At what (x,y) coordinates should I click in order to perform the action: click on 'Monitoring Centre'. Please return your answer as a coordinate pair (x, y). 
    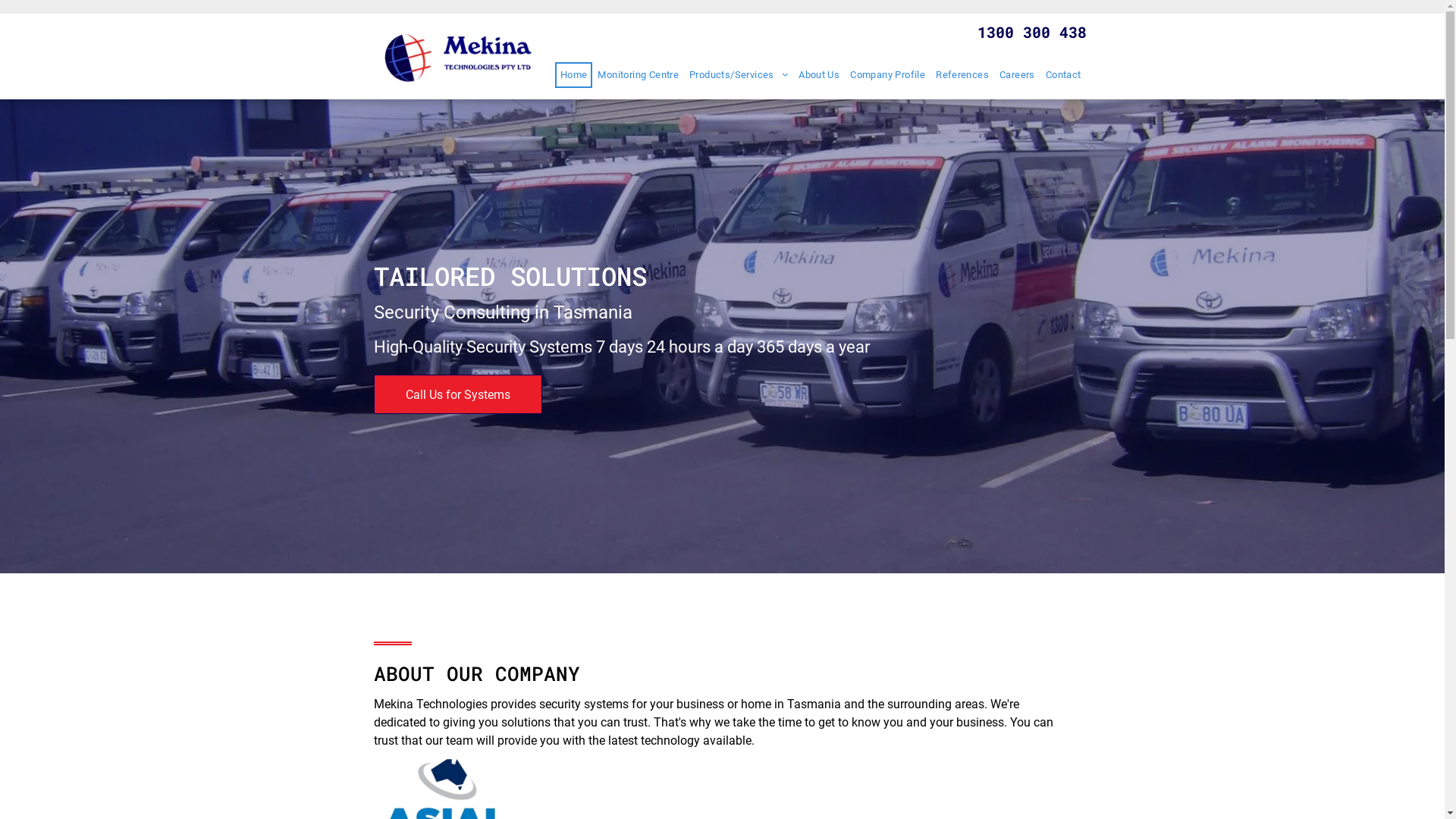
    Looking at the image, I should click on (638, 75).